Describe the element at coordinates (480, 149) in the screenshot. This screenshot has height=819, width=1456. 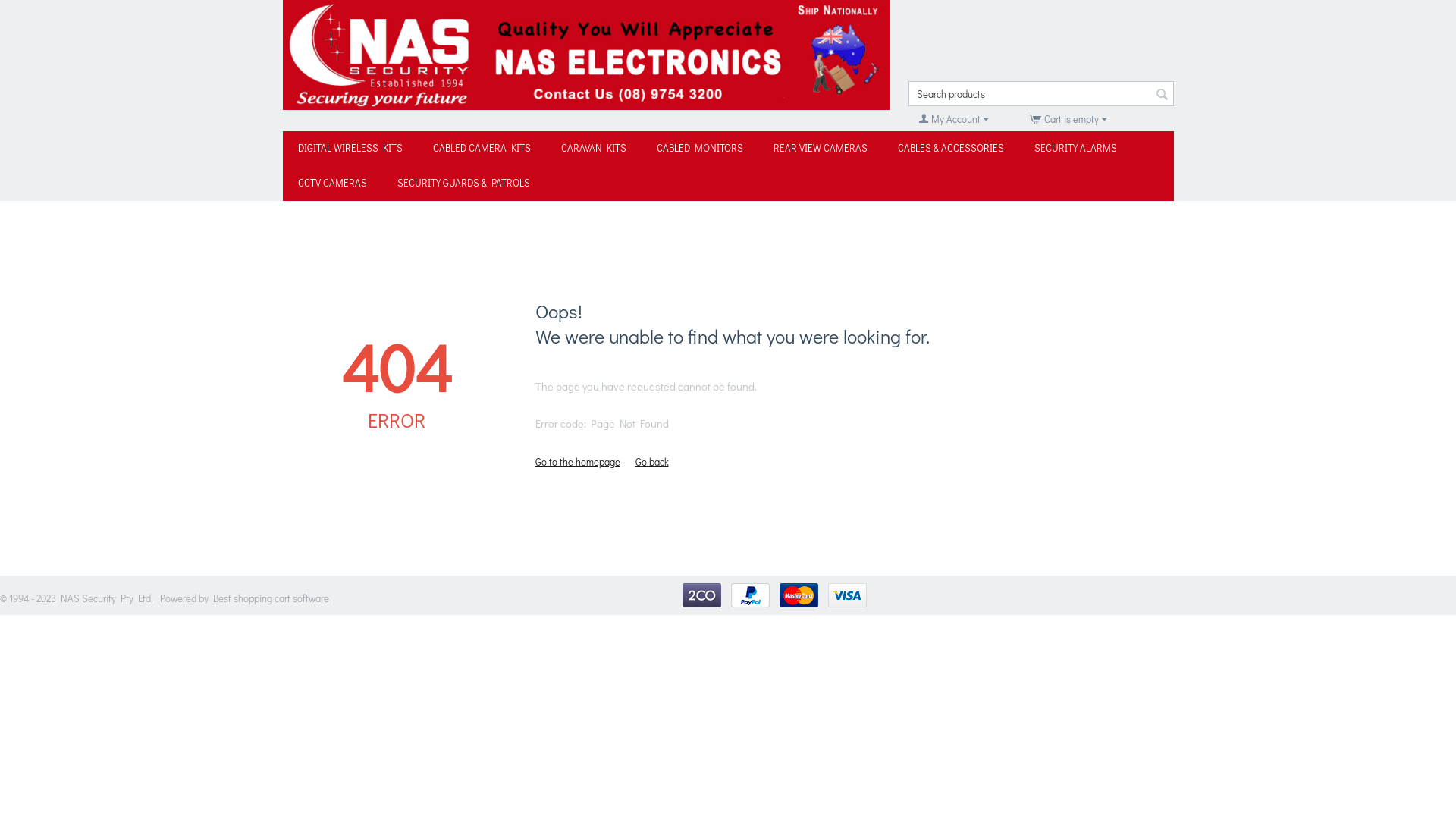
I see `'CABLED CAMERA KITS'` at that location.